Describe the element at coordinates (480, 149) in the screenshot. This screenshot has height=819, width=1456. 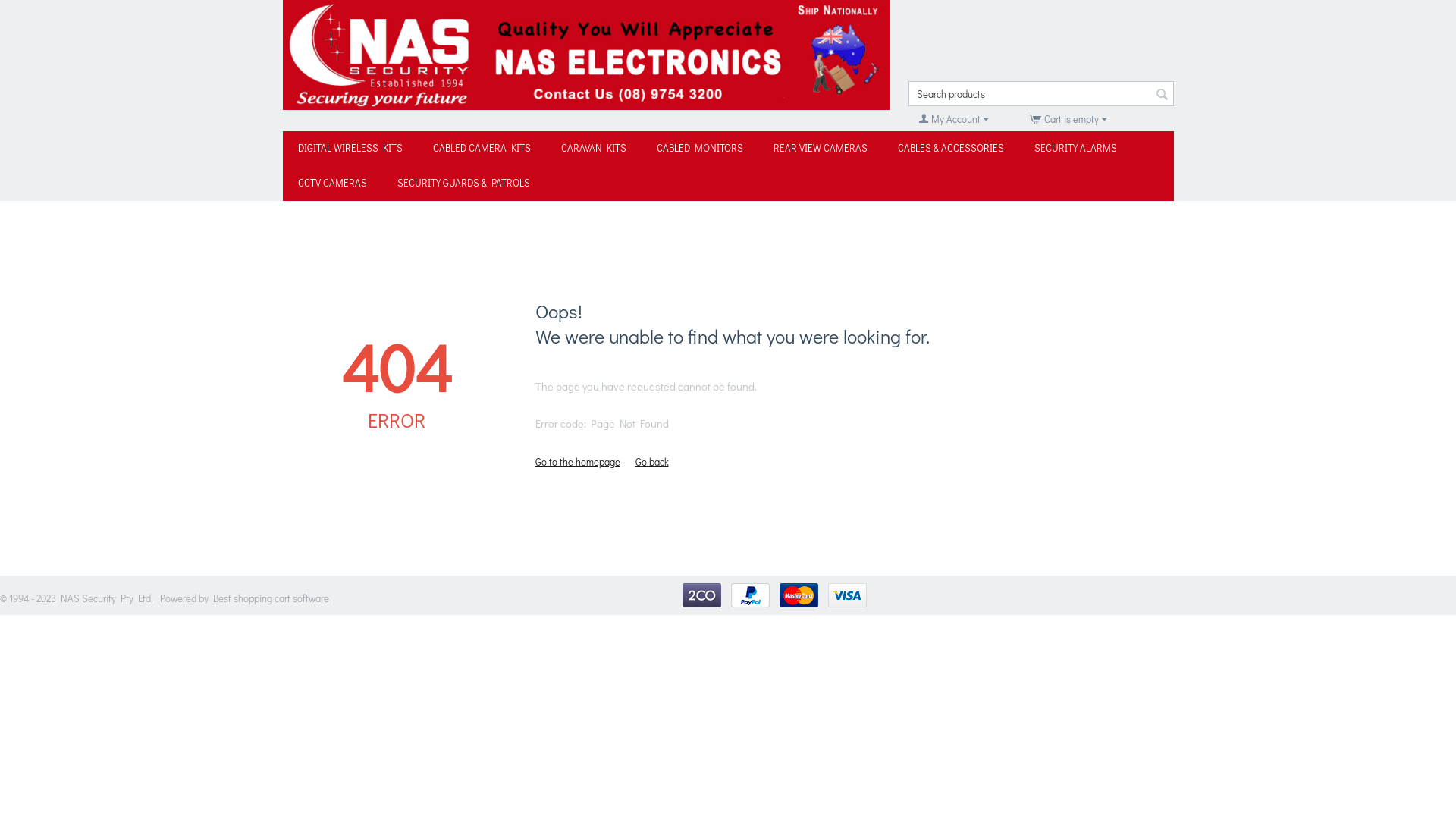
I see `'CABLED CAMERA KITS'` at that location.